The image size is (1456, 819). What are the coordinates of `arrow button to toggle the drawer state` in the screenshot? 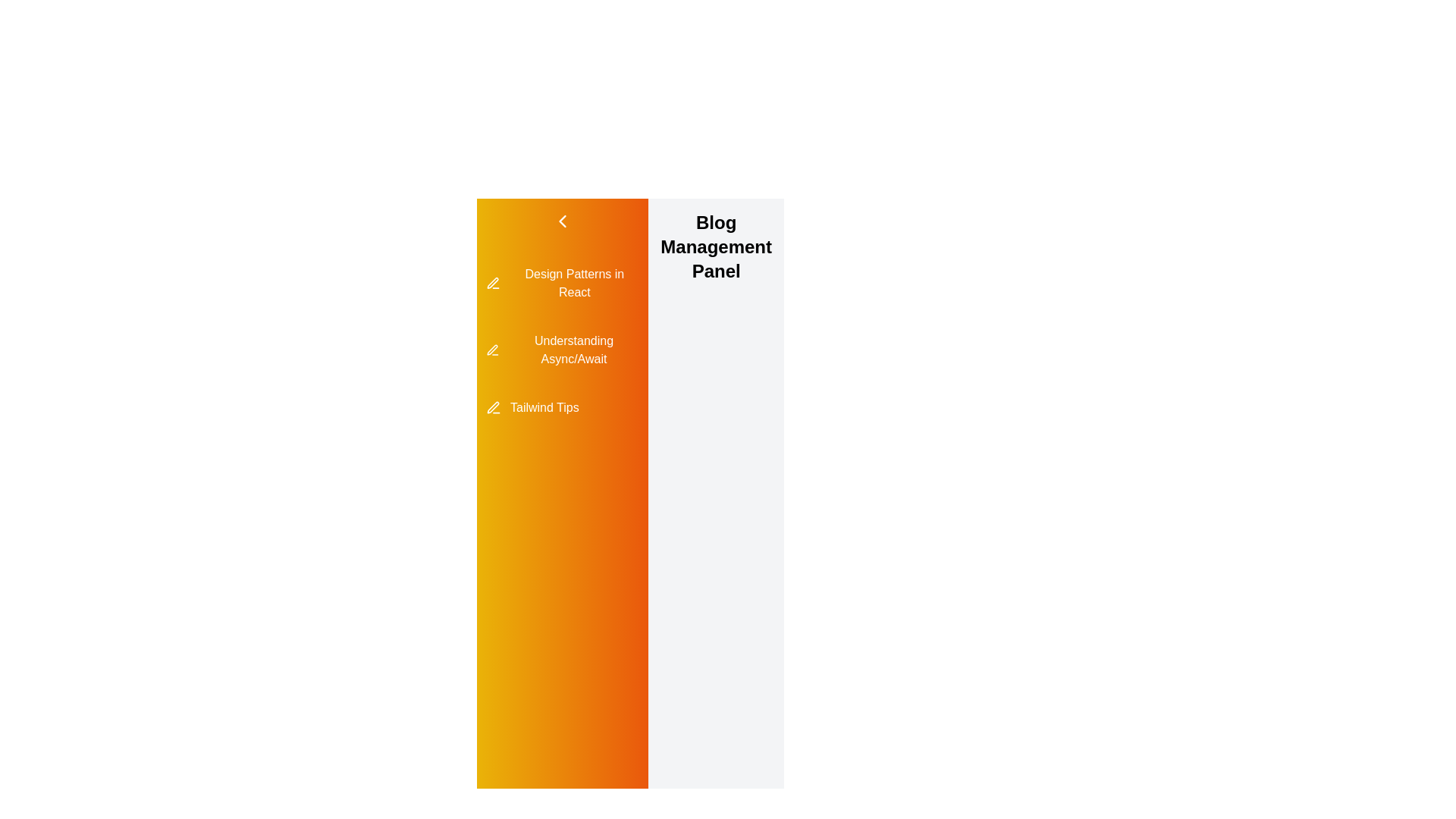 It's located at (562, 221).